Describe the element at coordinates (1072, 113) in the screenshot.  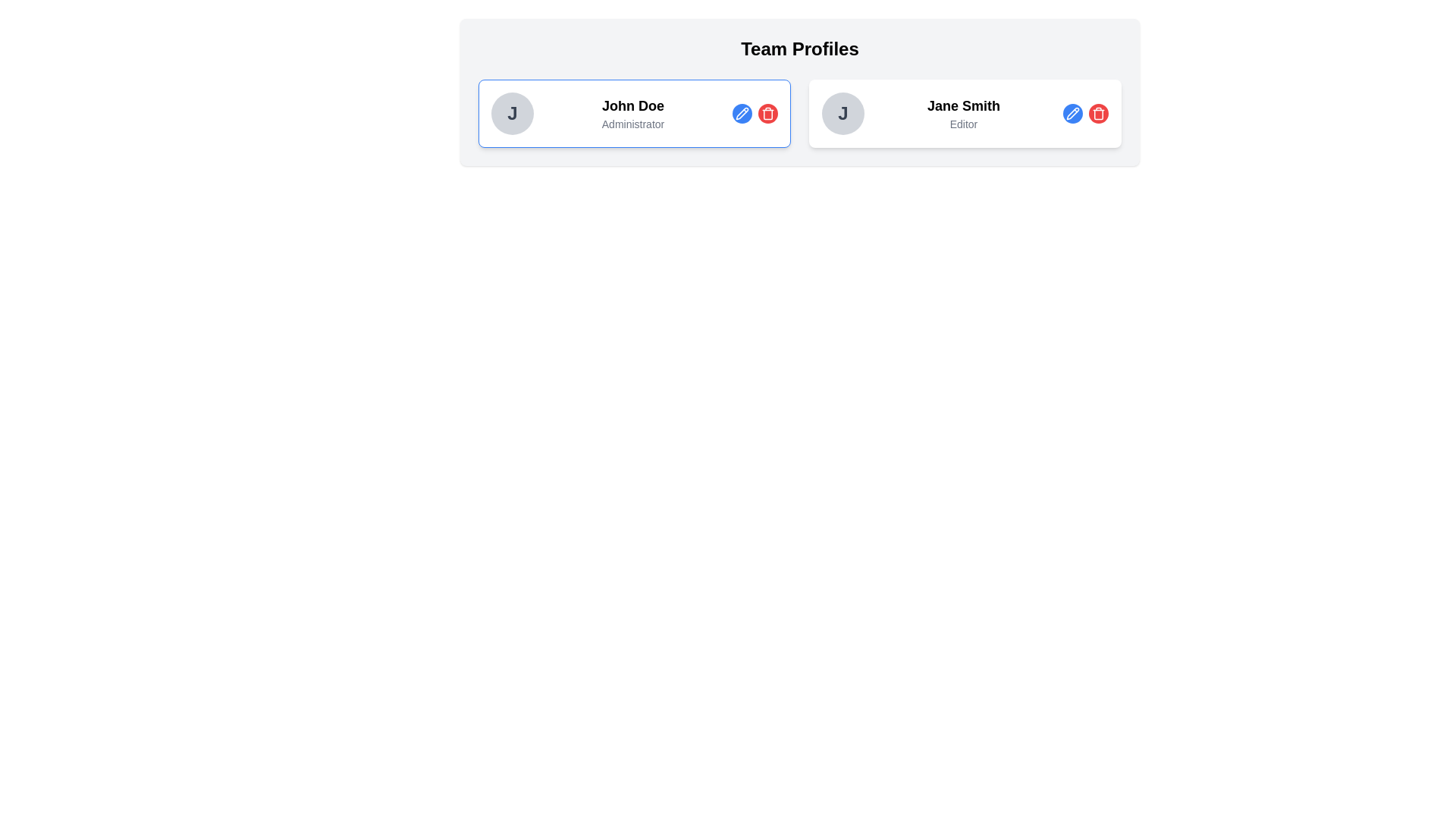
I see `the left-most 'Edit' button in the button group on the right segment of the profile card for 'Jane Smith, Editor' to initiate editing the profile` at that location.